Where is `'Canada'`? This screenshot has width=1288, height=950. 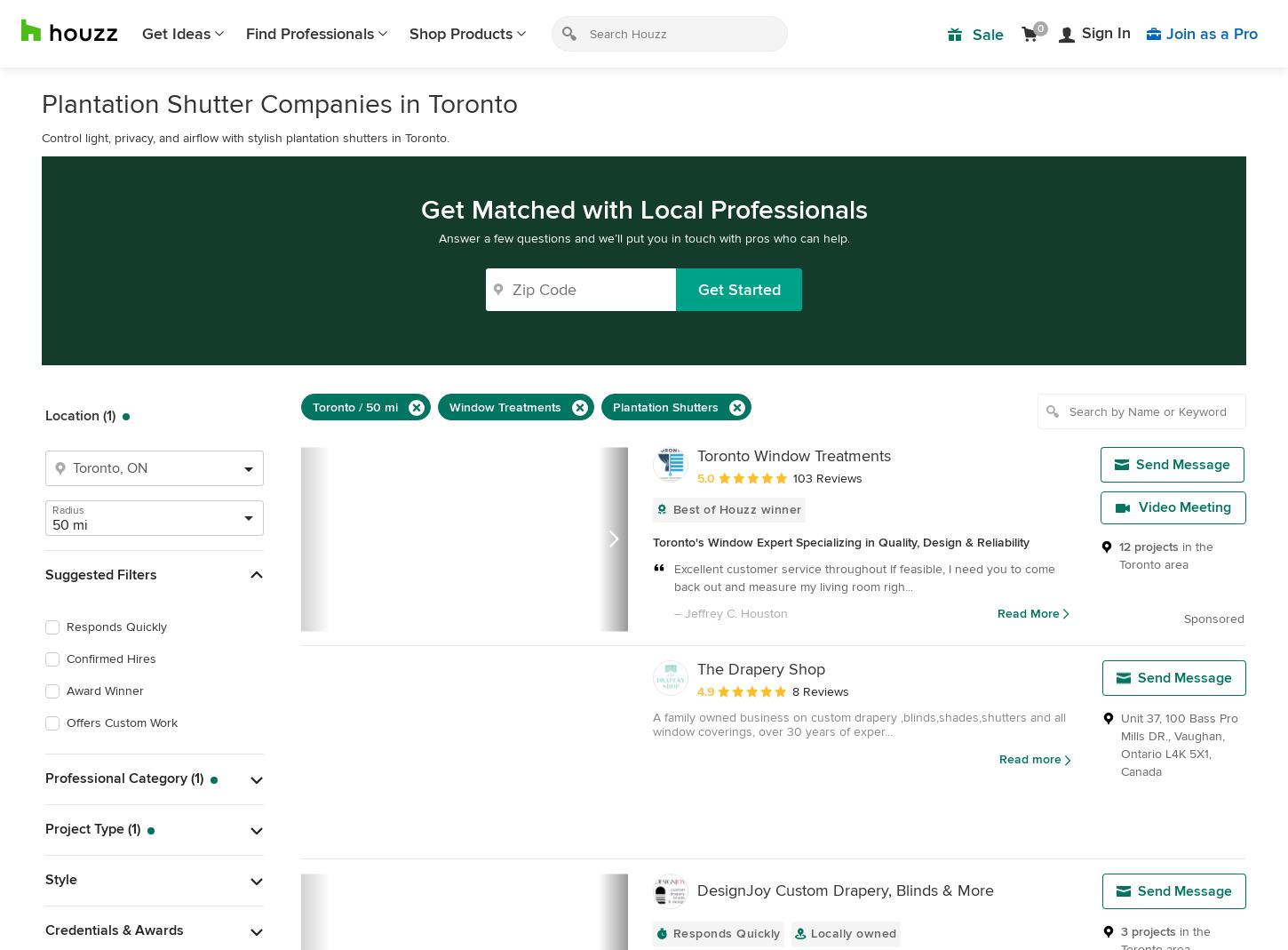
'Canada' is located at coordinates (1141, 770).